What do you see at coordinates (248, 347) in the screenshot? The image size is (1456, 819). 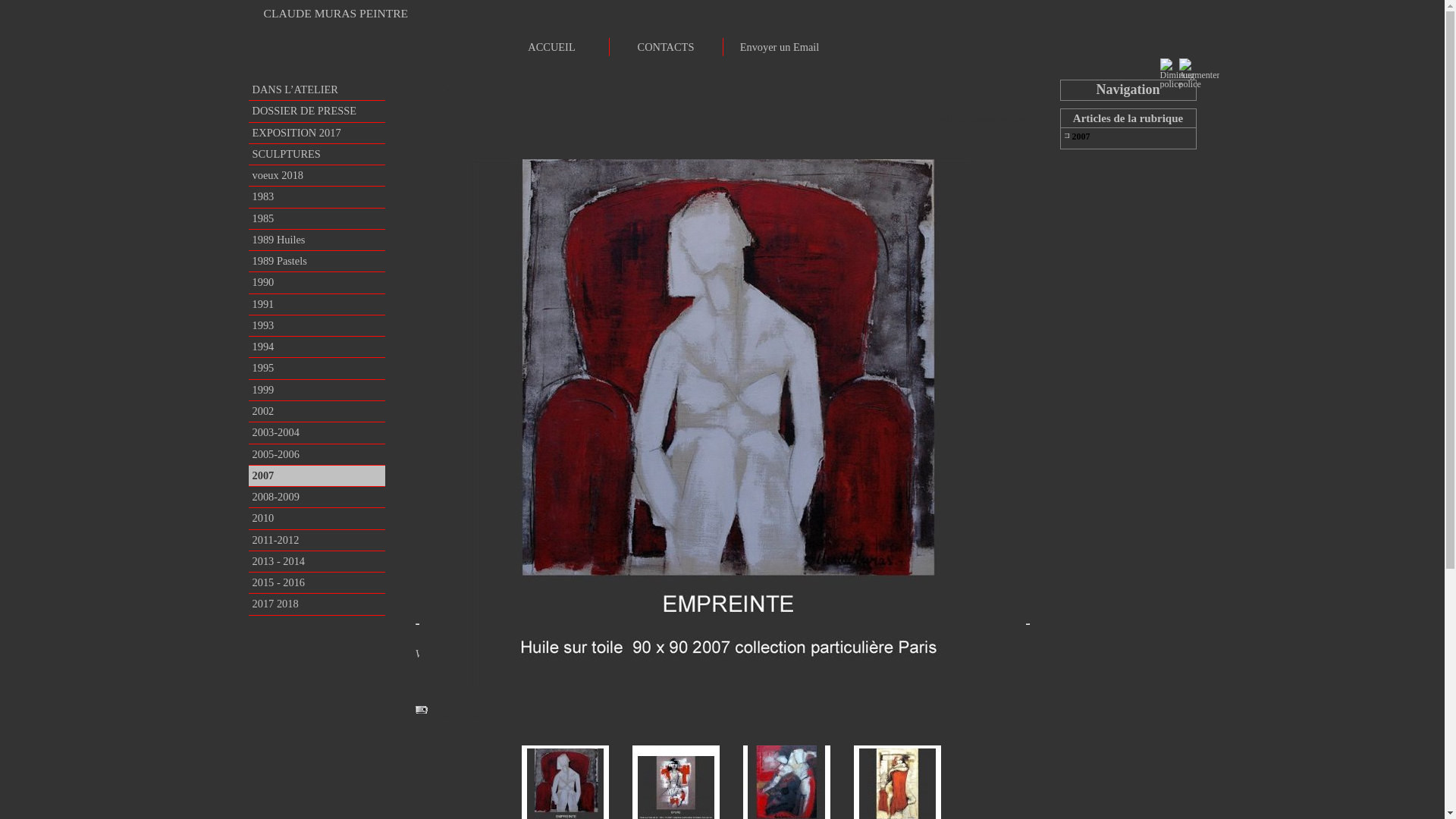 I see `'1994'` at bounding box center [248, 347].